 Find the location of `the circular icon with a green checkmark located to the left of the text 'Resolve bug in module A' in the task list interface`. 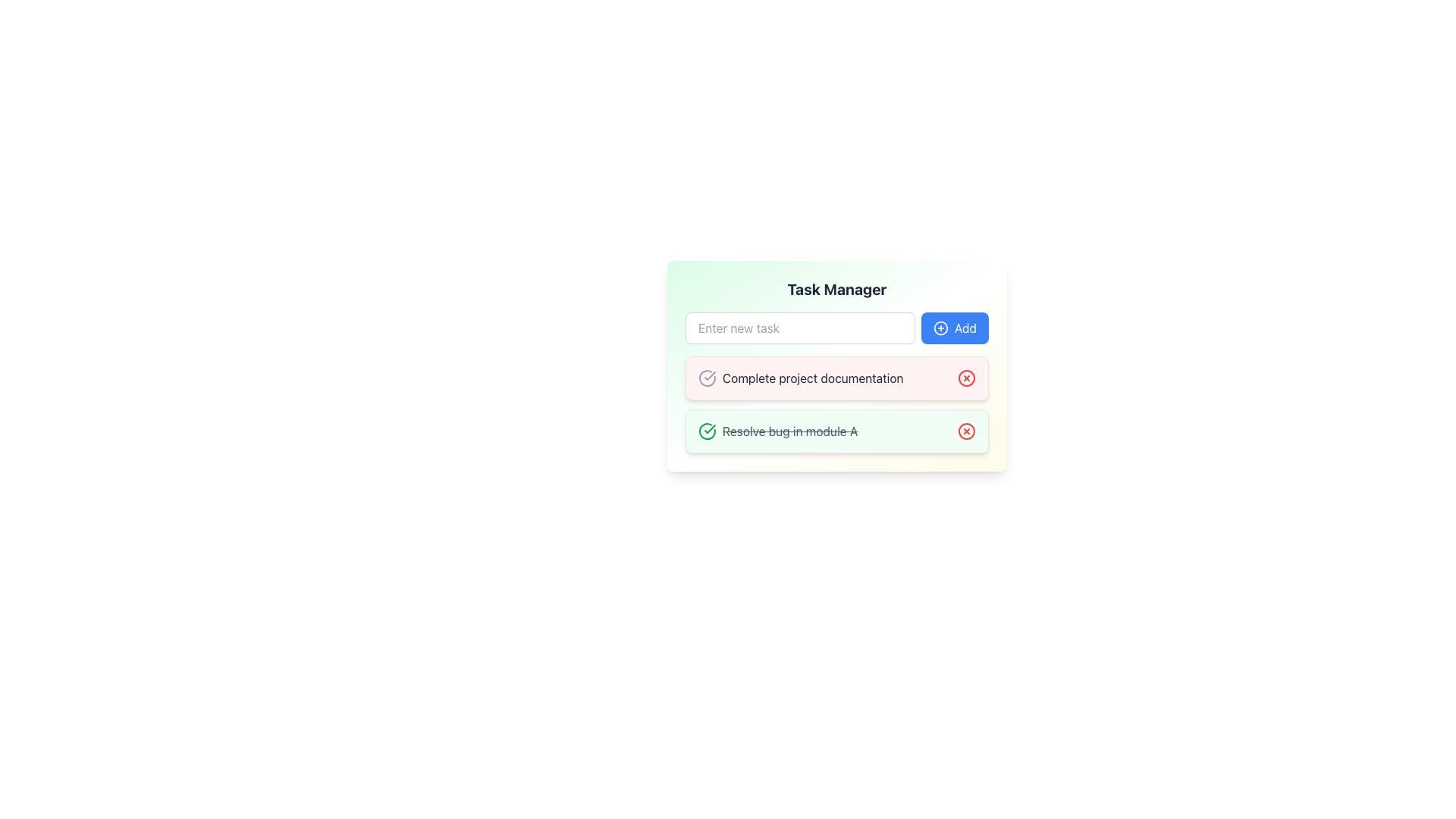

the circular icon with a green checkmark located to the left of the text 'Resolve bug in module A' in the task list interface is located at coordinates (706, 431).